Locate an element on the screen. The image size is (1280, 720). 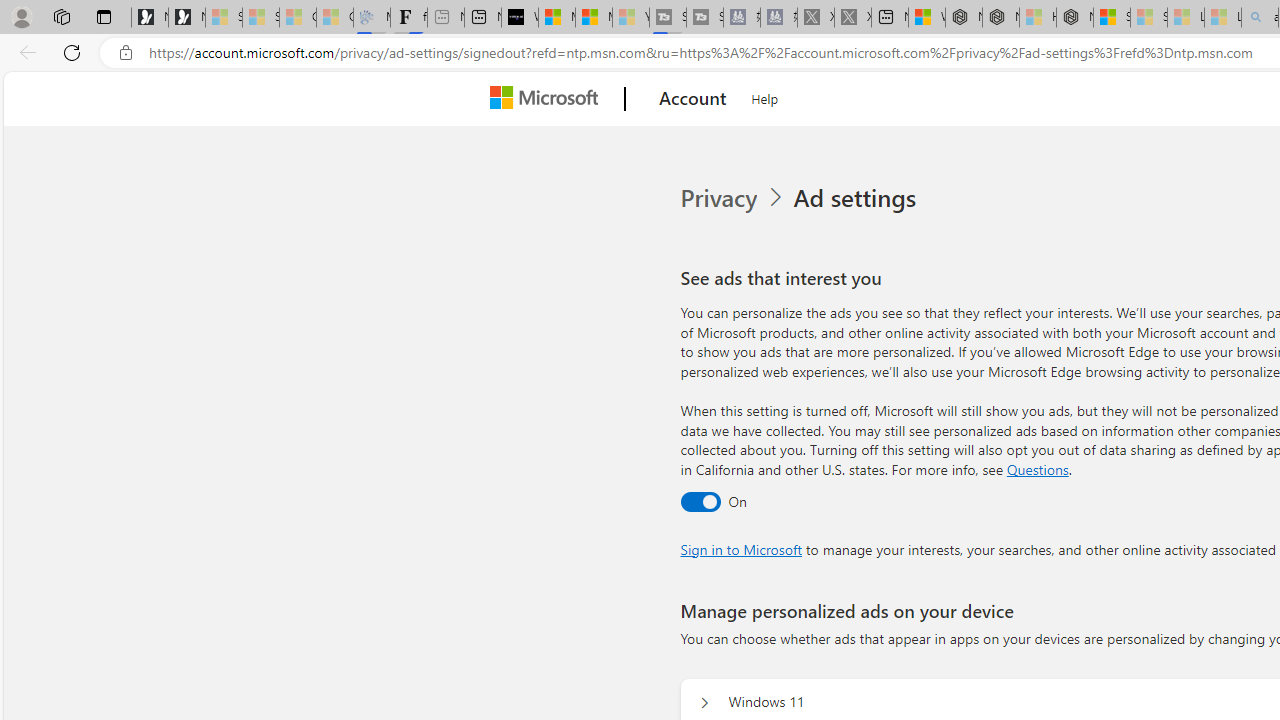
'Account' is located at coordinates (693, 99).